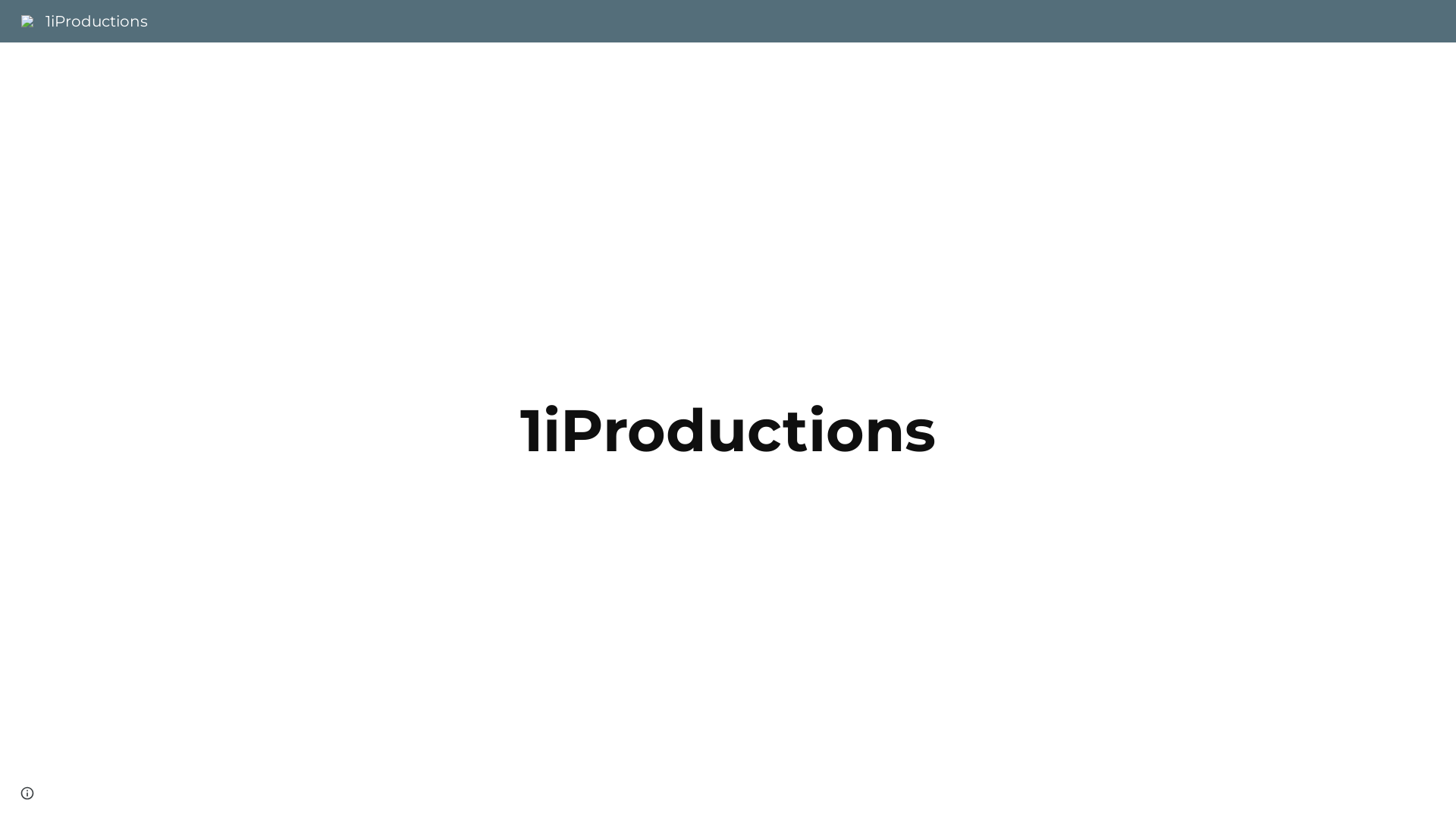  I want to click on '1iProductions', so click(83, 20).